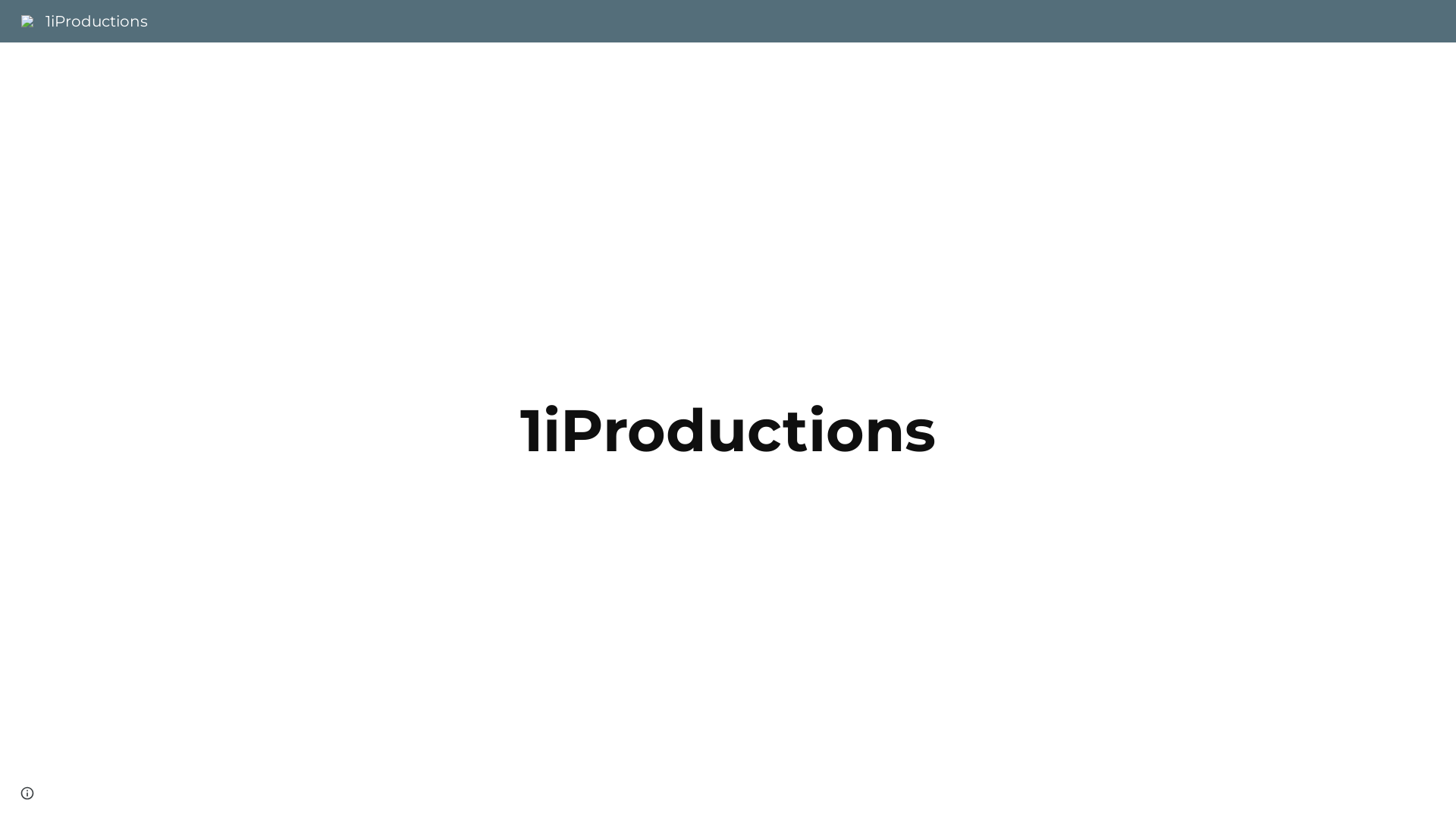  I want to click on '1iProductions', so click(83, 20).